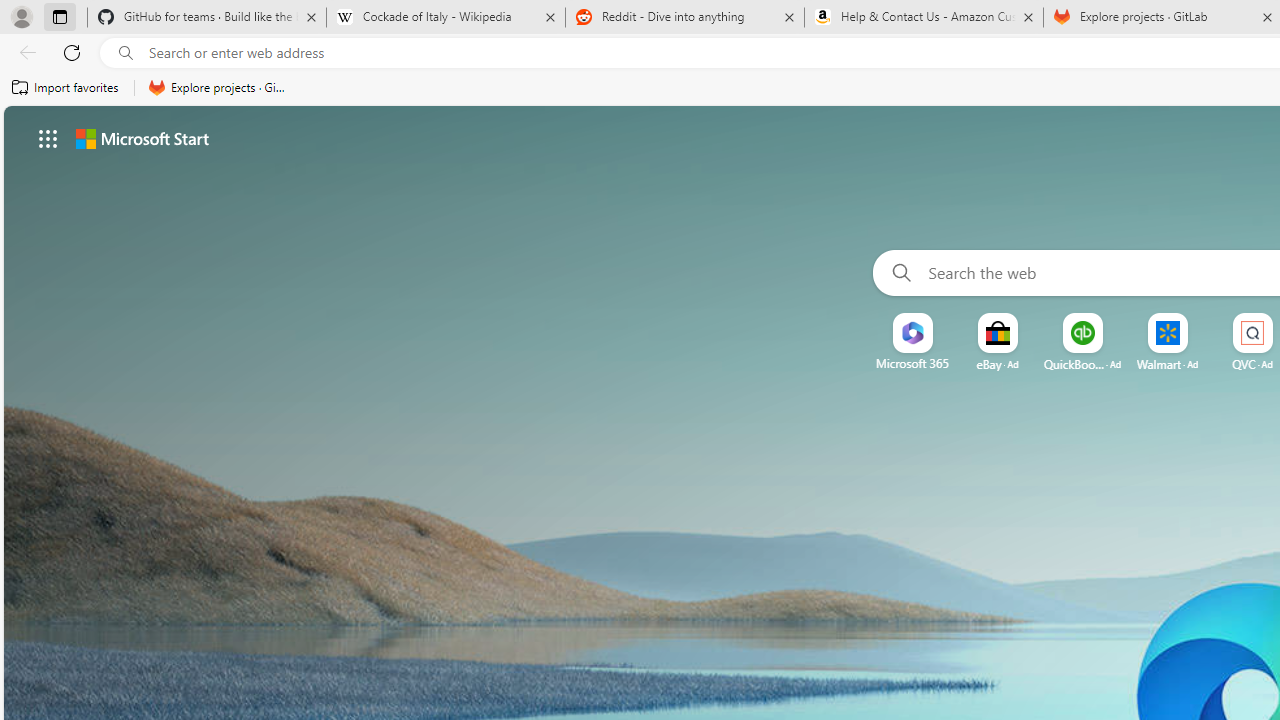 This screenshot has height=720, width=1280. I want to click on 'App launcher', so click(48, 137).